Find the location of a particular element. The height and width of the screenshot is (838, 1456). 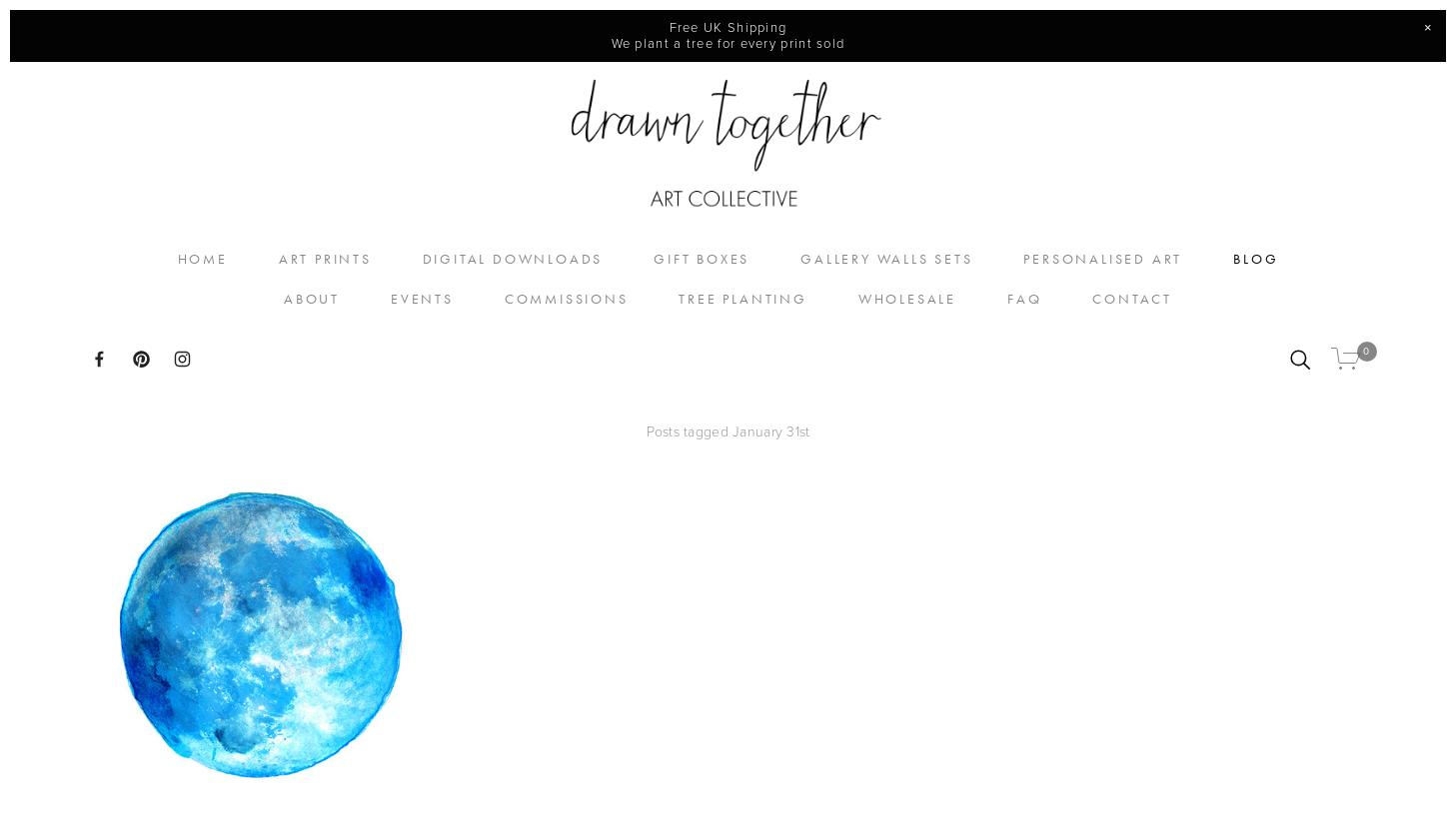

'We plant a tree for every print sold' is located at coordinates (610, 42).